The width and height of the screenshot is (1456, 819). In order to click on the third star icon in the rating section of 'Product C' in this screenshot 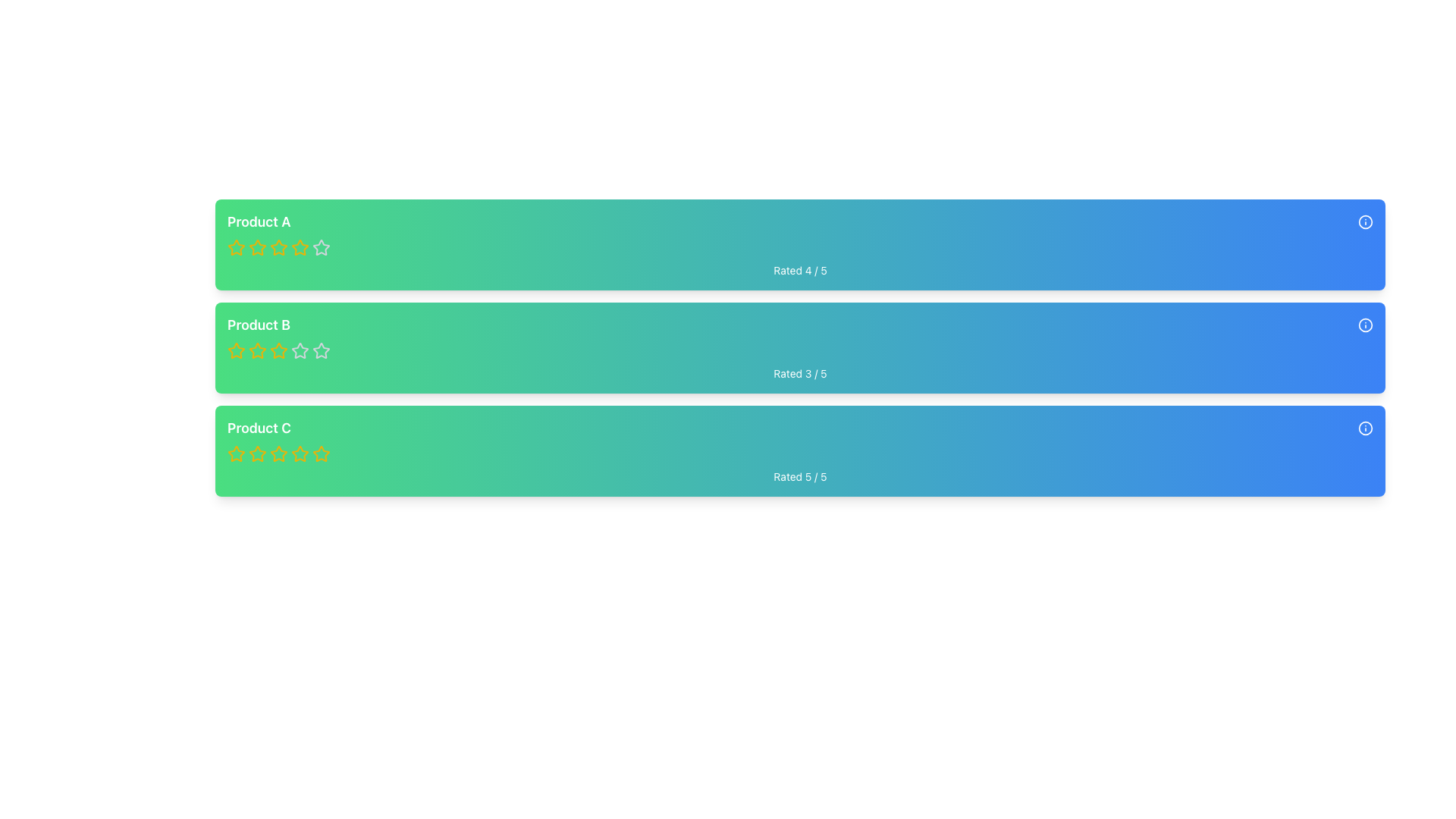, I will do `click(279, 453)`.